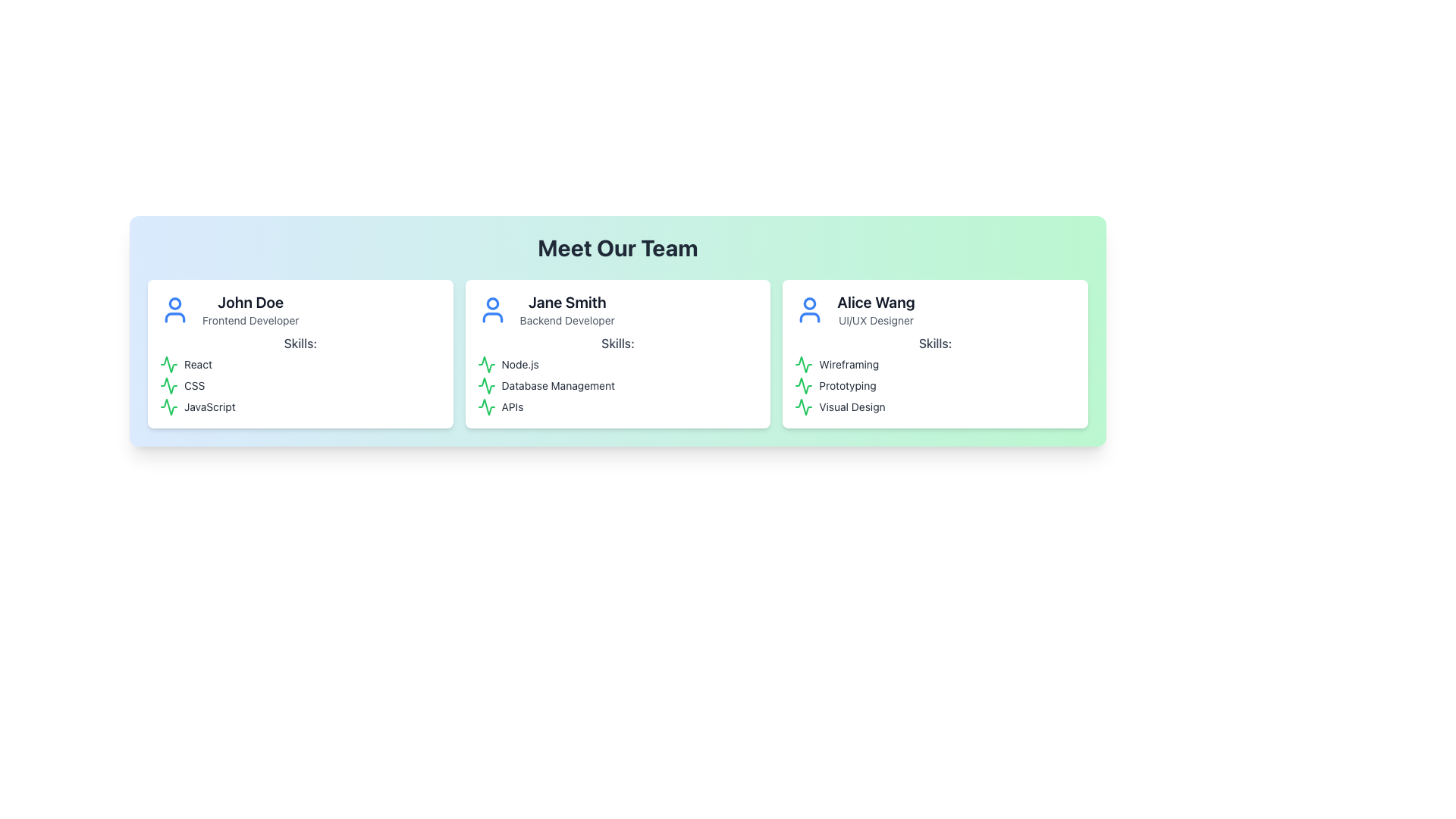  I want to click on the green waveform icon located to the left of the 'Visual Design' label under Alice Wang's profile in the 'Meet Our Team' section, so click(803, 406).